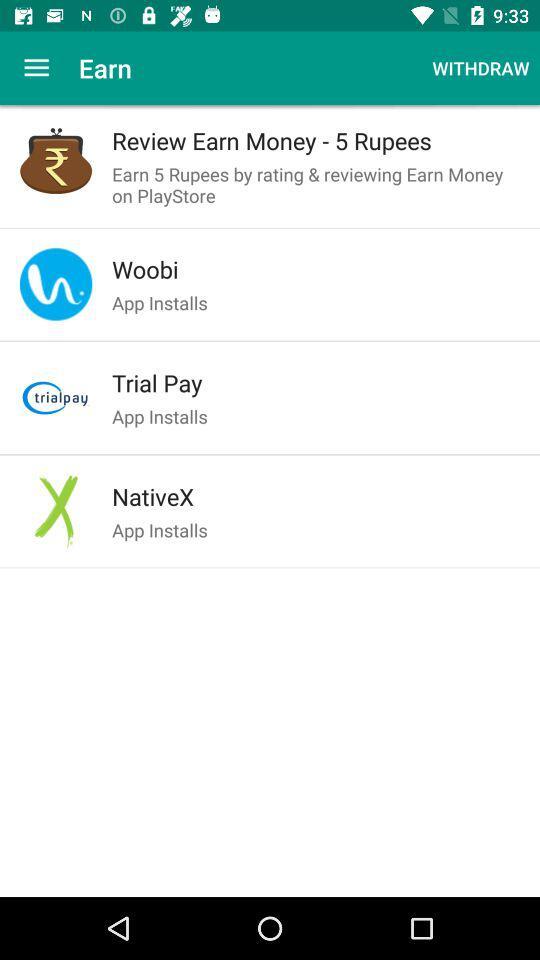  I want to click on item below app installs item, so click(316, 382).